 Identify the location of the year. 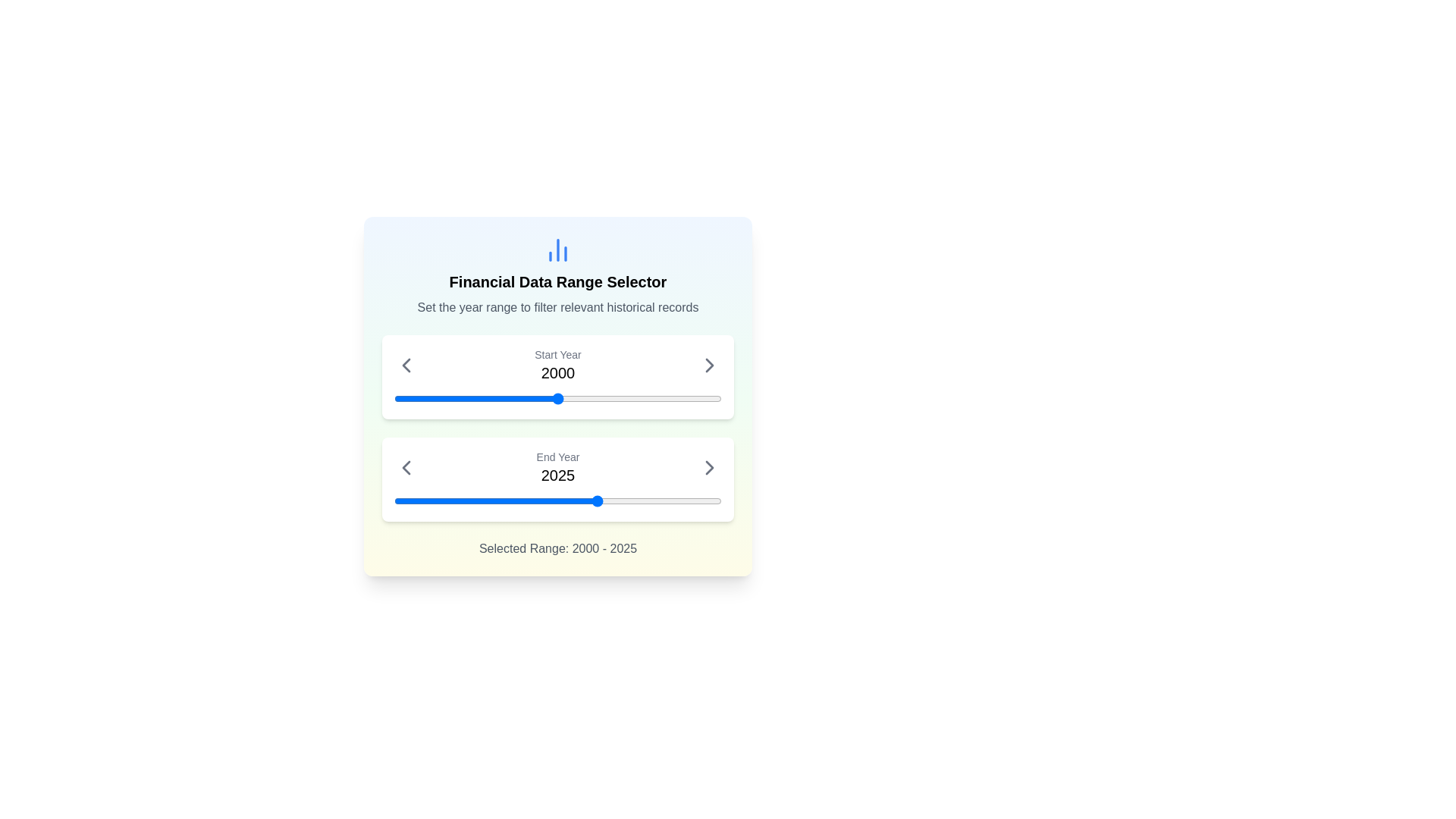
(590, 500).